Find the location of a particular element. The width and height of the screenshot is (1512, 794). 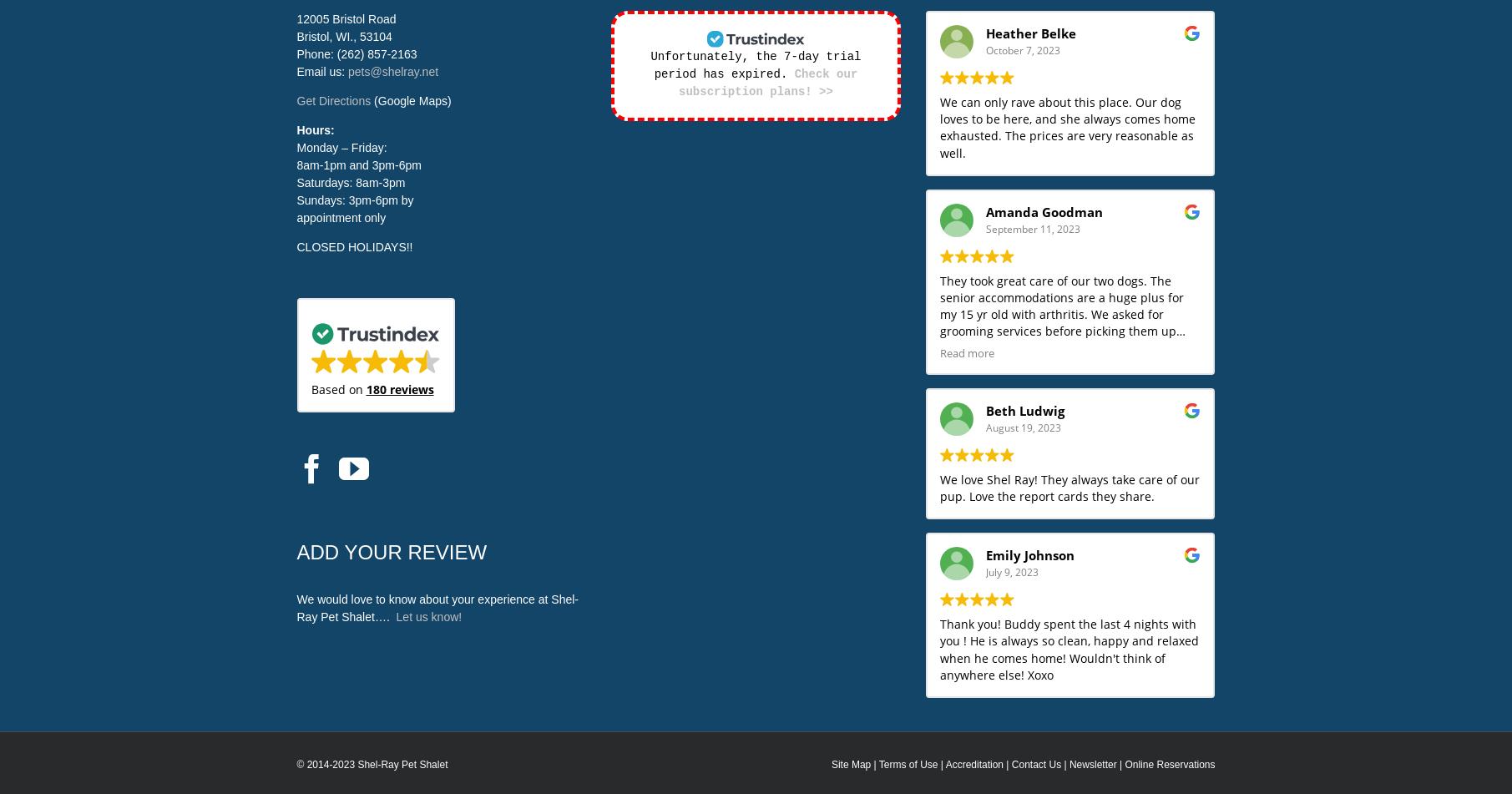

'180 reviews' is located at coordinates (399, 389).